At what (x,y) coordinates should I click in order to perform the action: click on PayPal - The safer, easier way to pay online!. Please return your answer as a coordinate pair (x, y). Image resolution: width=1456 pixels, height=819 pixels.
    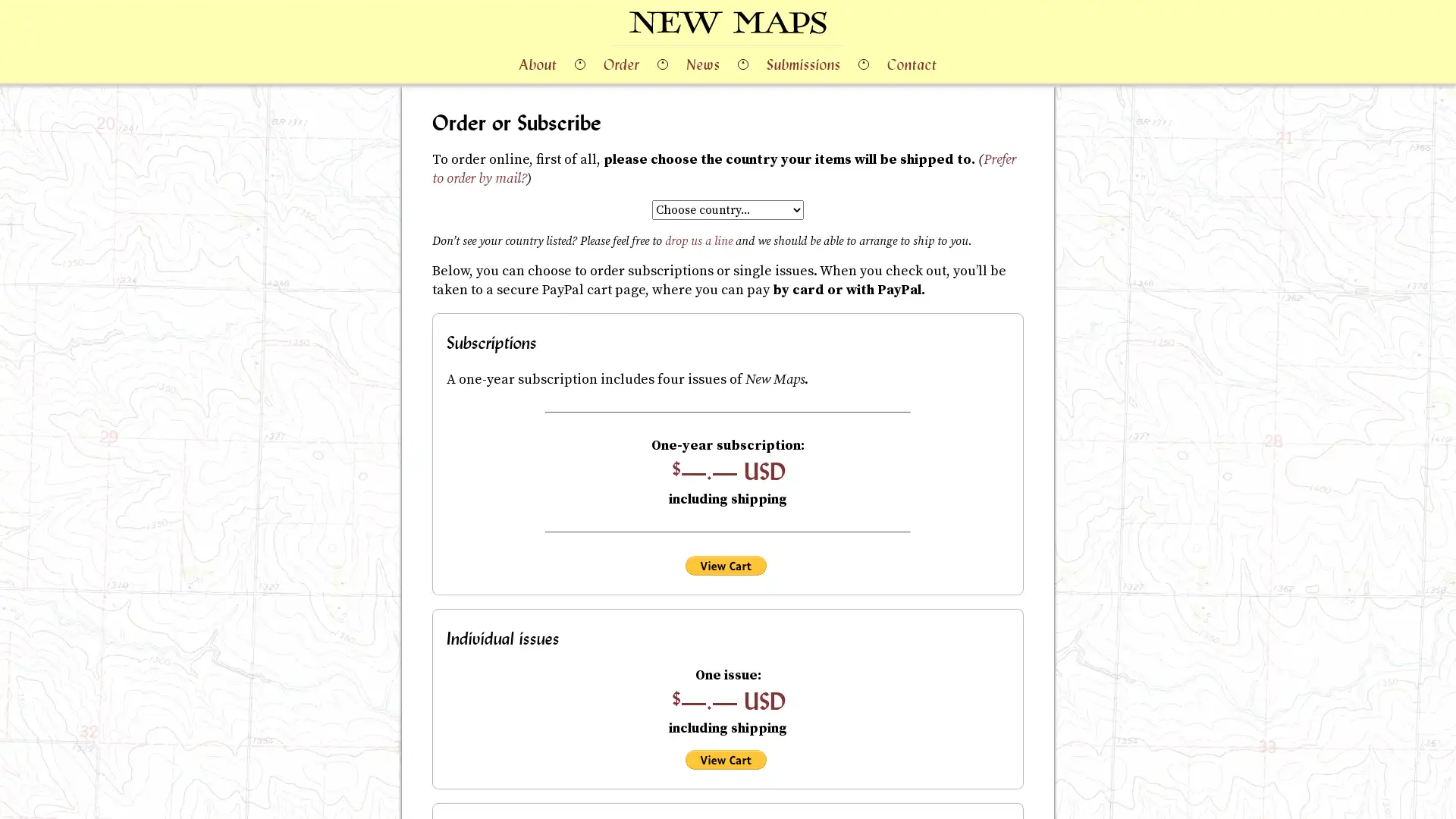
    Looking at the image, I should click on (725, 564).